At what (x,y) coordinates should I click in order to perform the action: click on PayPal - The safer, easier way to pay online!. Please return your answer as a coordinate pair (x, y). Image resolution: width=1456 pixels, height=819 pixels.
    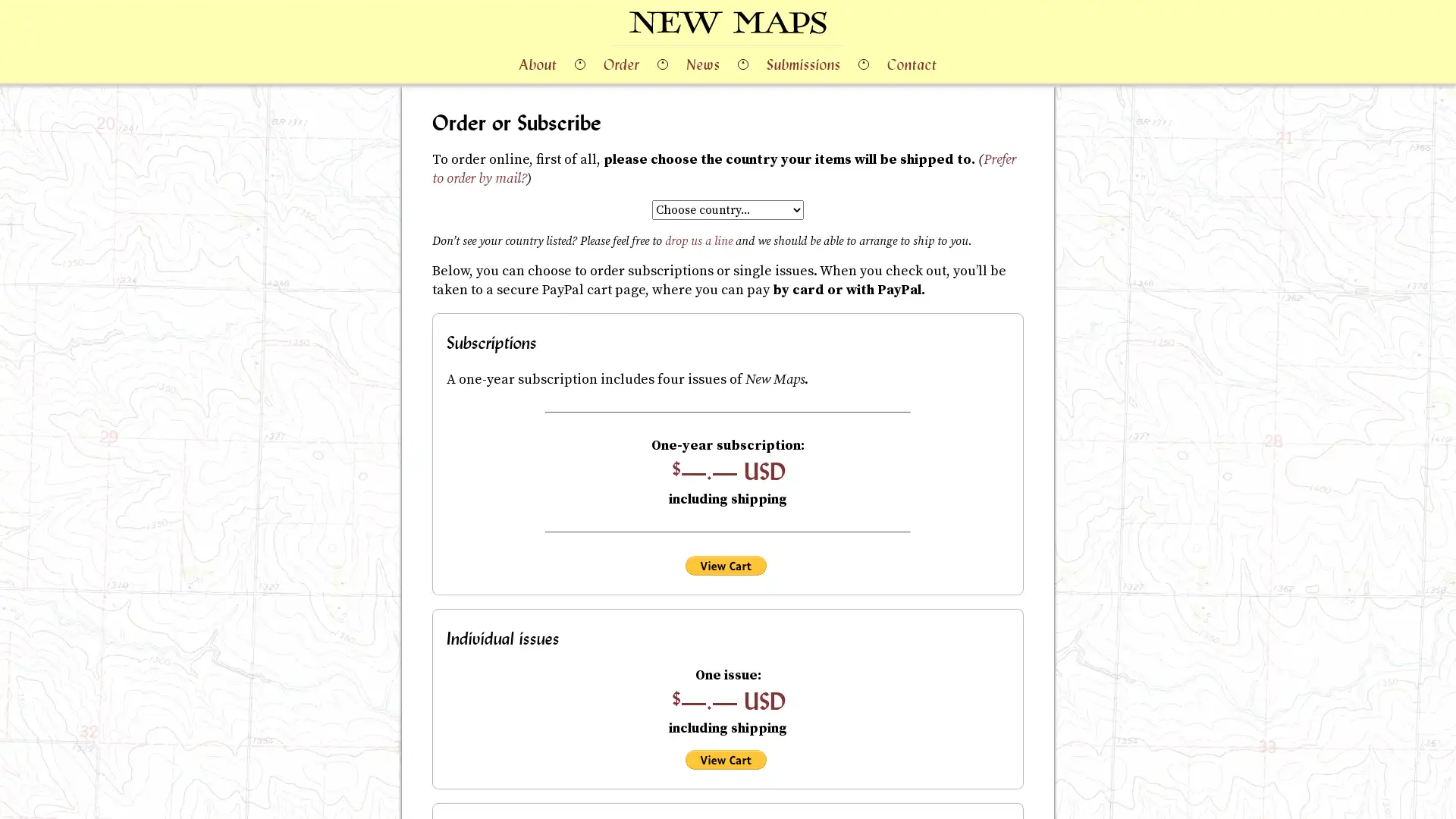
    Looking at the image, I should click on (725, 564).